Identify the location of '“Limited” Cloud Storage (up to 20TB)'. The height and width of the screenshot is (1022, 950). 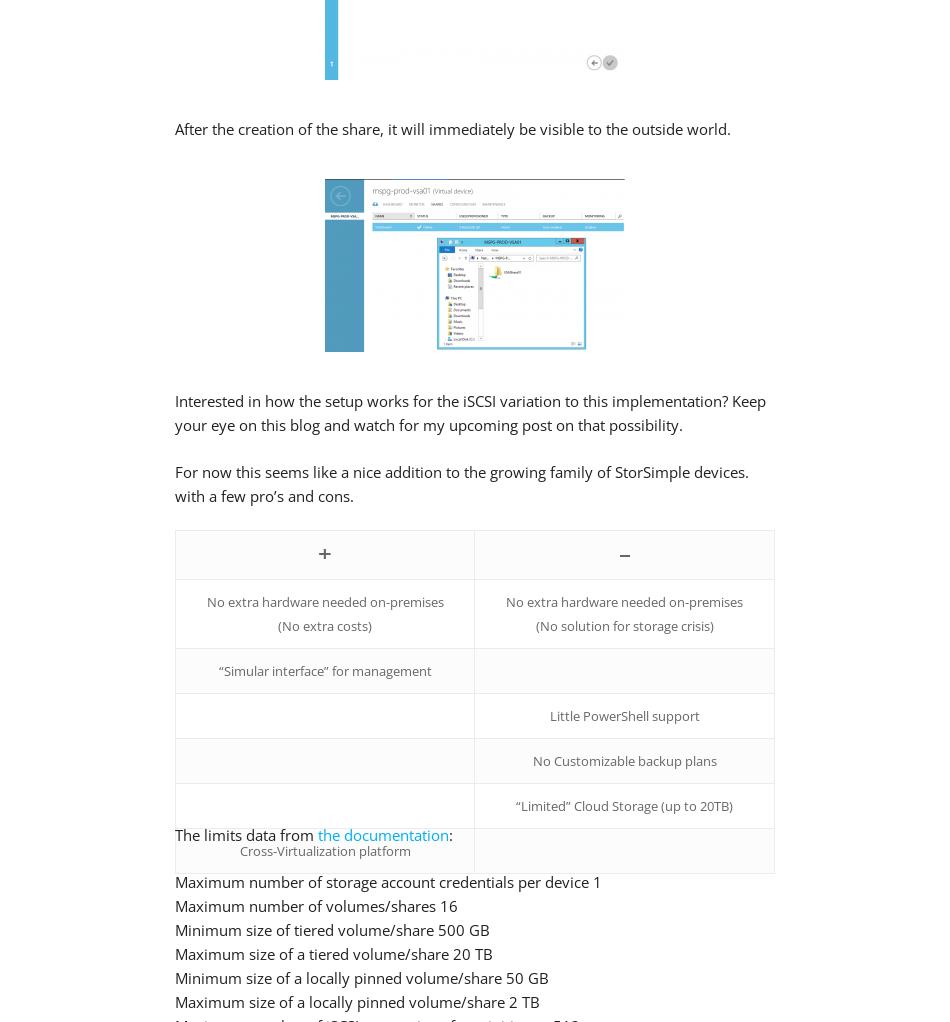
(624, 804).